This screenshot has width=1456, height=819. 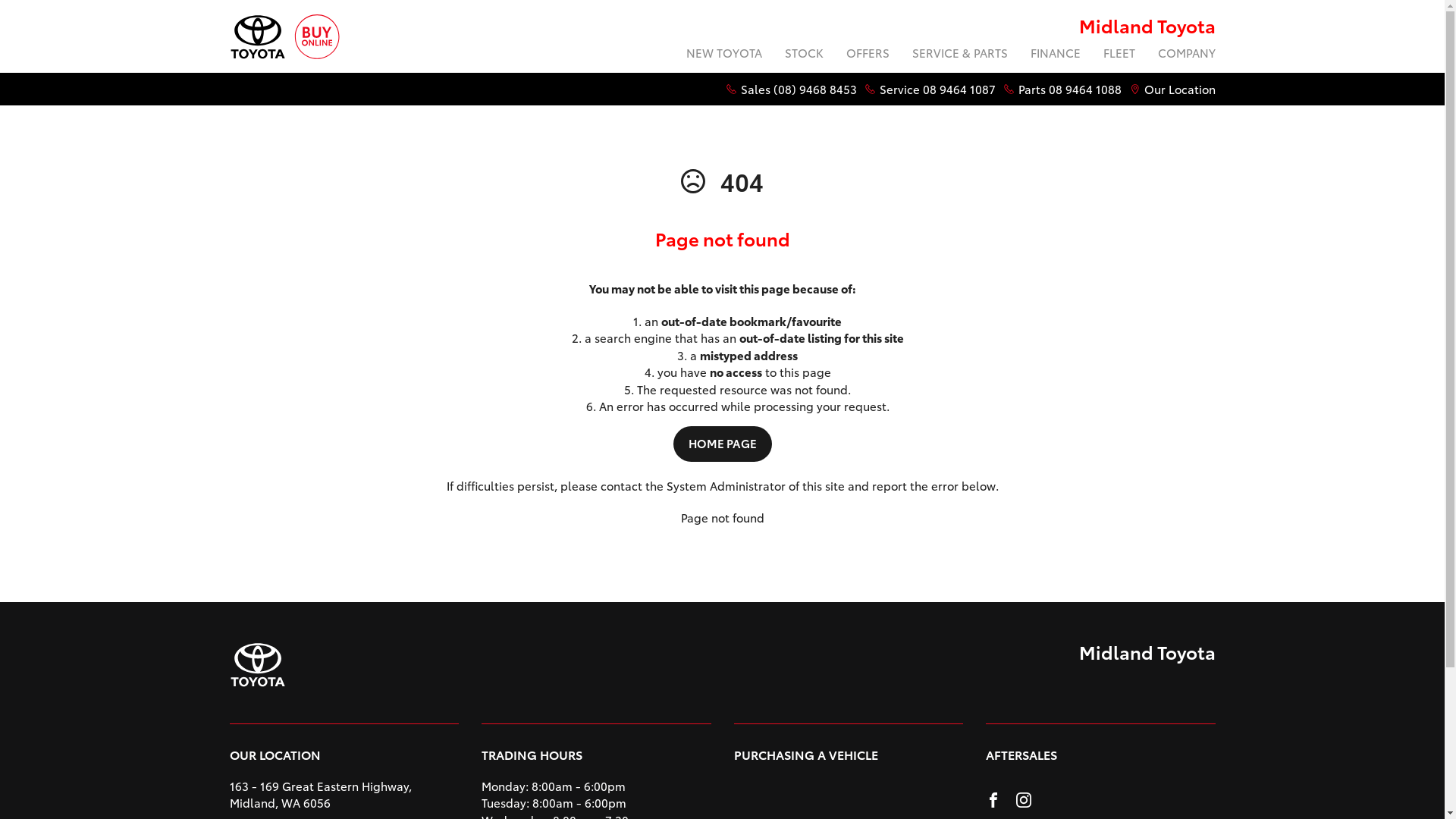 What do you see at coordinates (803, 54) in the screenshot?
I see `'STOCK'` at bounding box center [803, 54].